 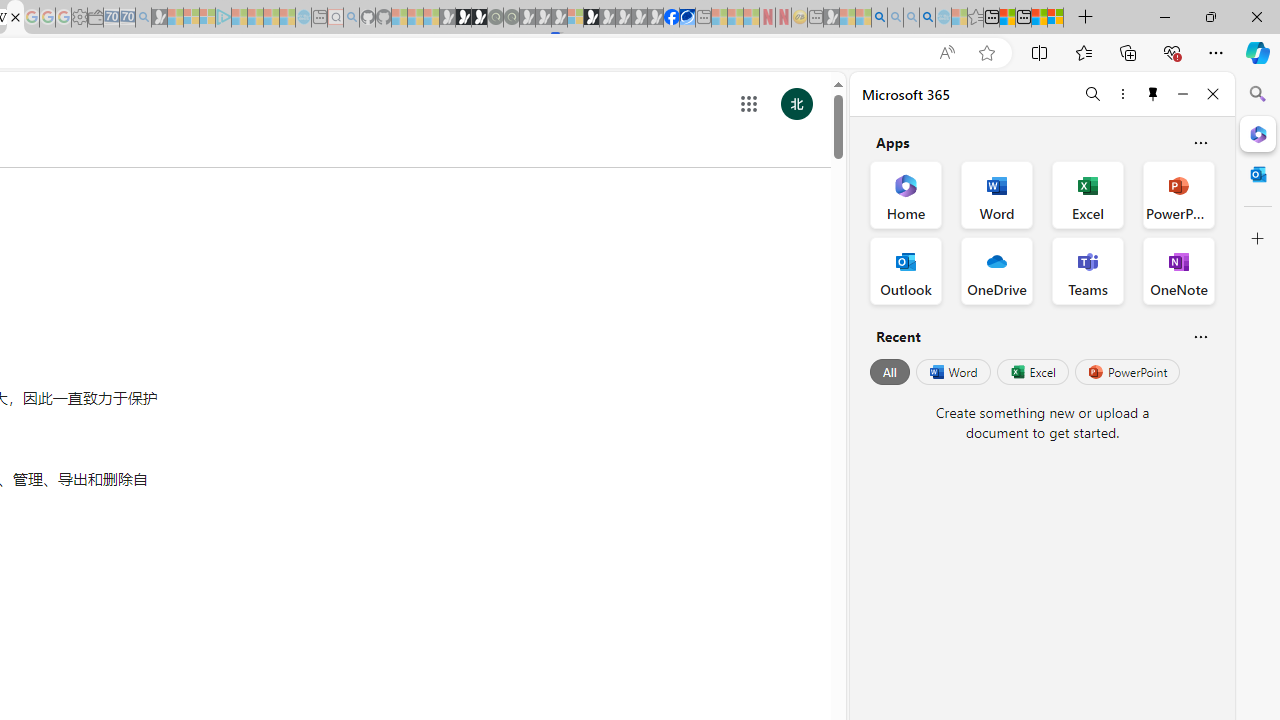 What do you see at coordinates (748, 104) in the screenshot?
I see `'Class: gb_E'` at bounding box center [748, 104].